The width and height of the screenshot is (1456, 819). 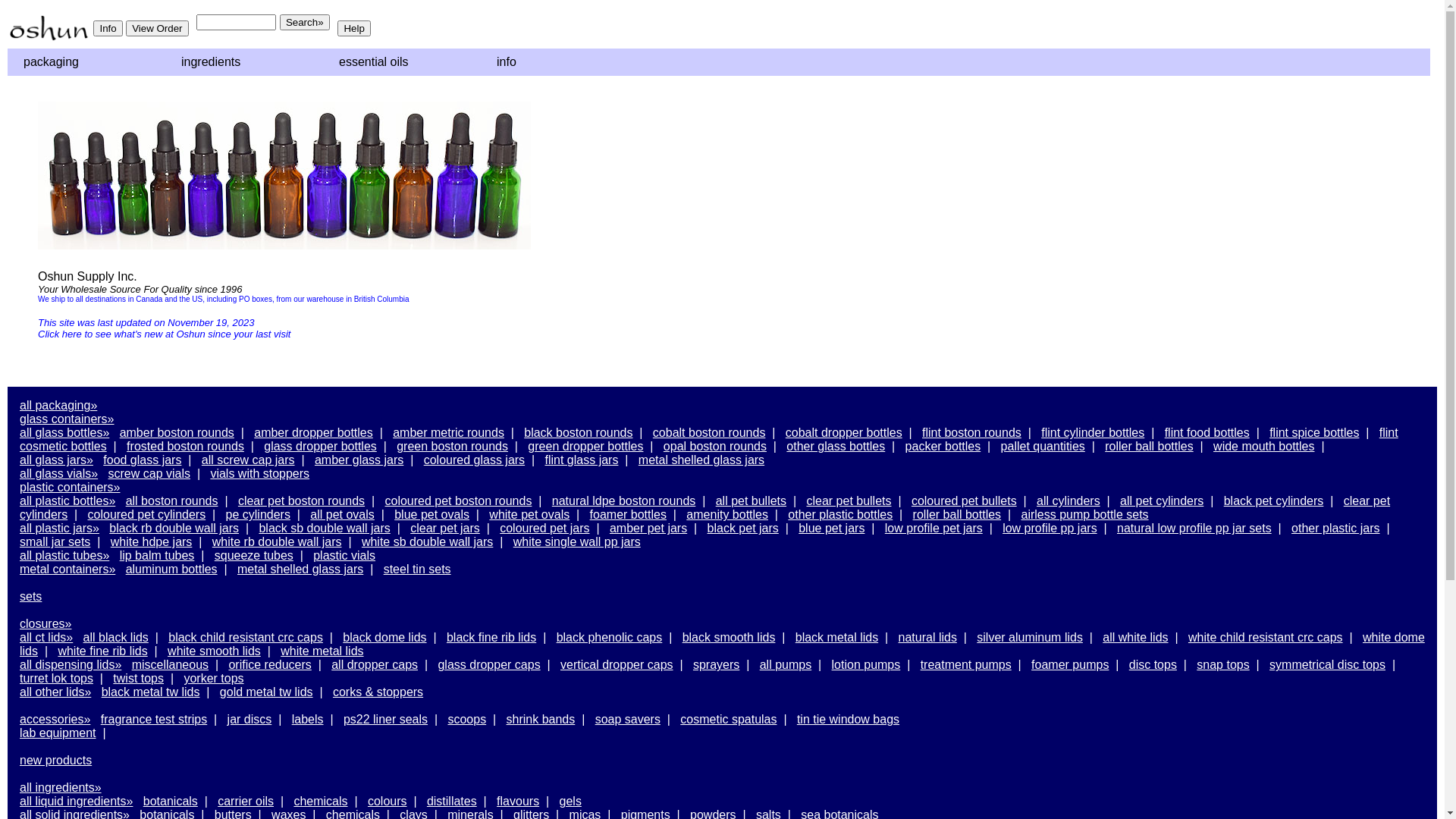 What do you see at coordinates (742, 527) in the screenshot?
I see `'black pet jars'` at bounding box center [742, 527].